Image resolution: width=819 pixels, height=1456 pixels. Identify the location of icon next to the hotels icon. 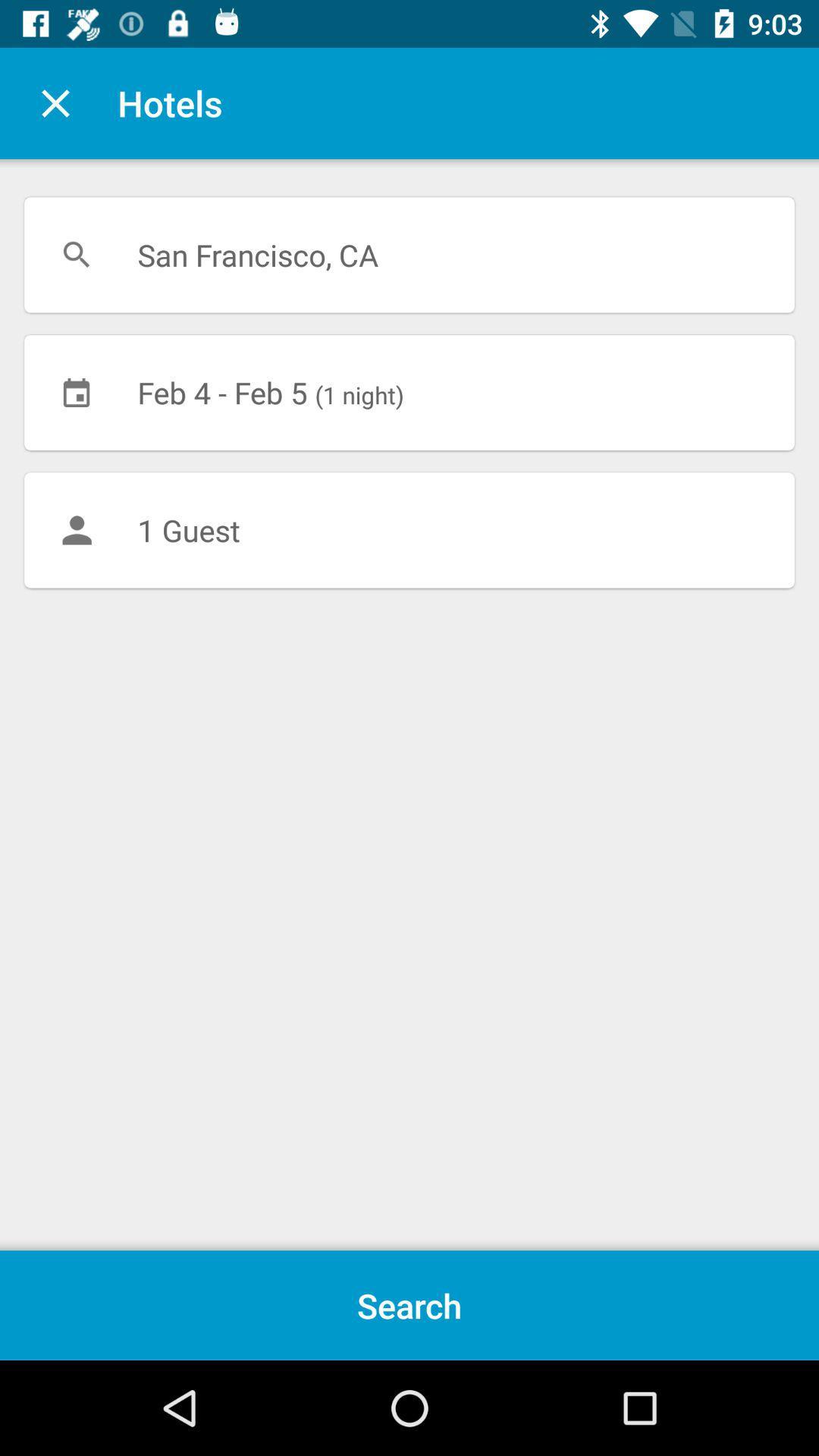
(55, 102).